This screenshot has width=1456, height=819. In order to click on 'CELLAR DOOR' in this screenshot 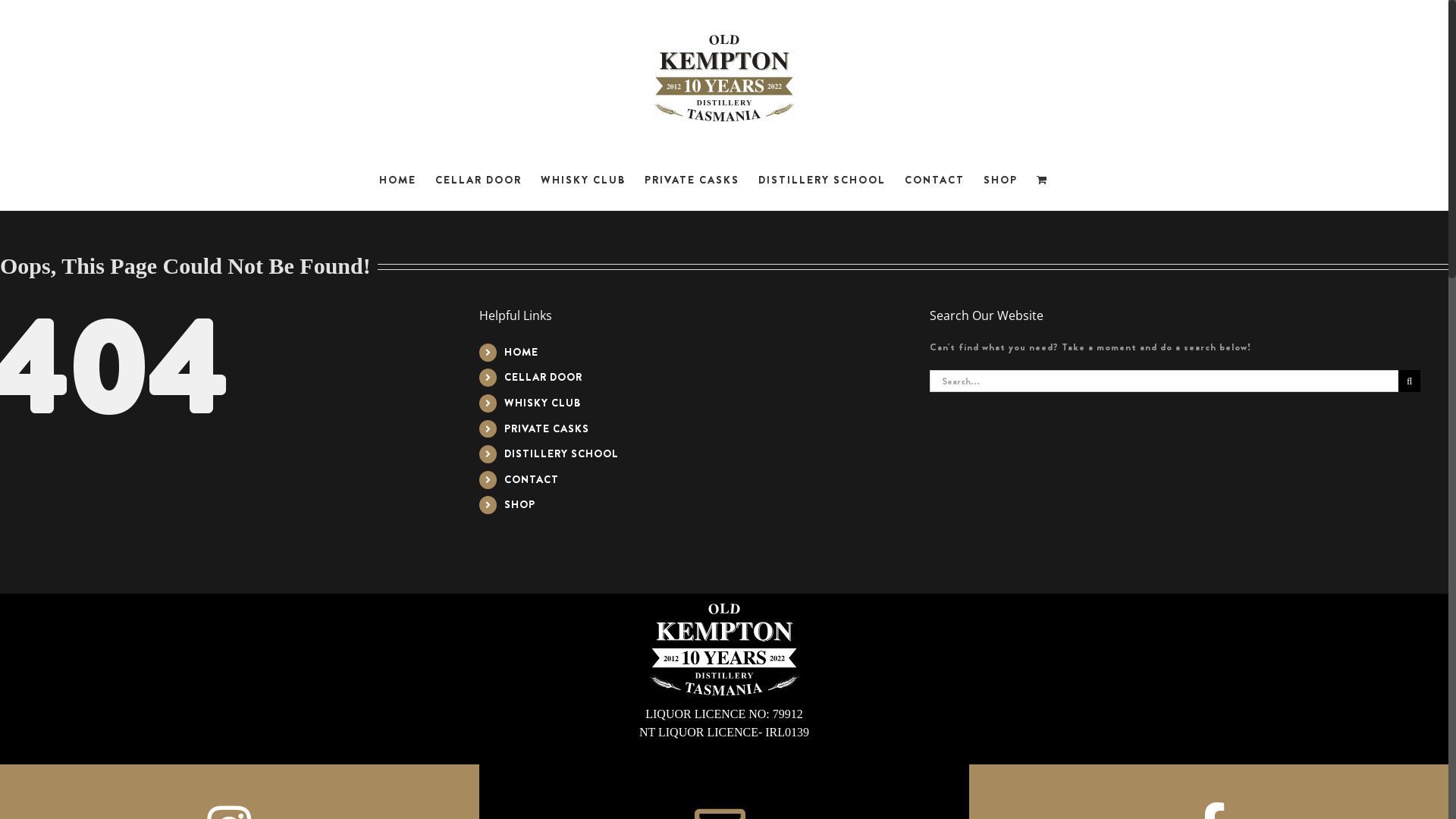, I will do `click(543, 376)`.